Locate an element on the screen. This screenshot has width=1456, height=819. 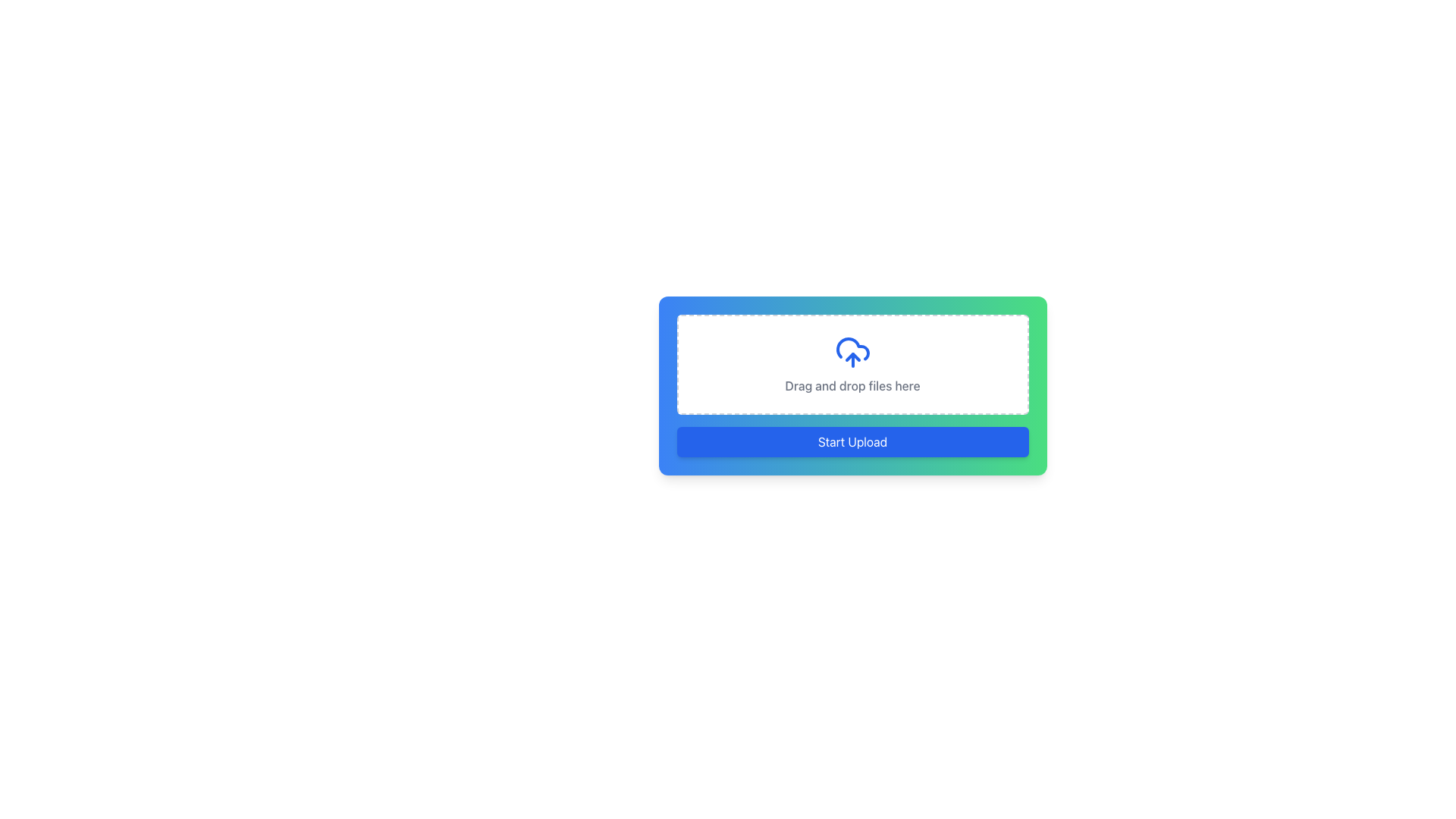
the instructions displayed in the File Drop Area, which includes the text 'Drag and drop files here' and a blue cloud upload icon is located at coordinates (852, 365).